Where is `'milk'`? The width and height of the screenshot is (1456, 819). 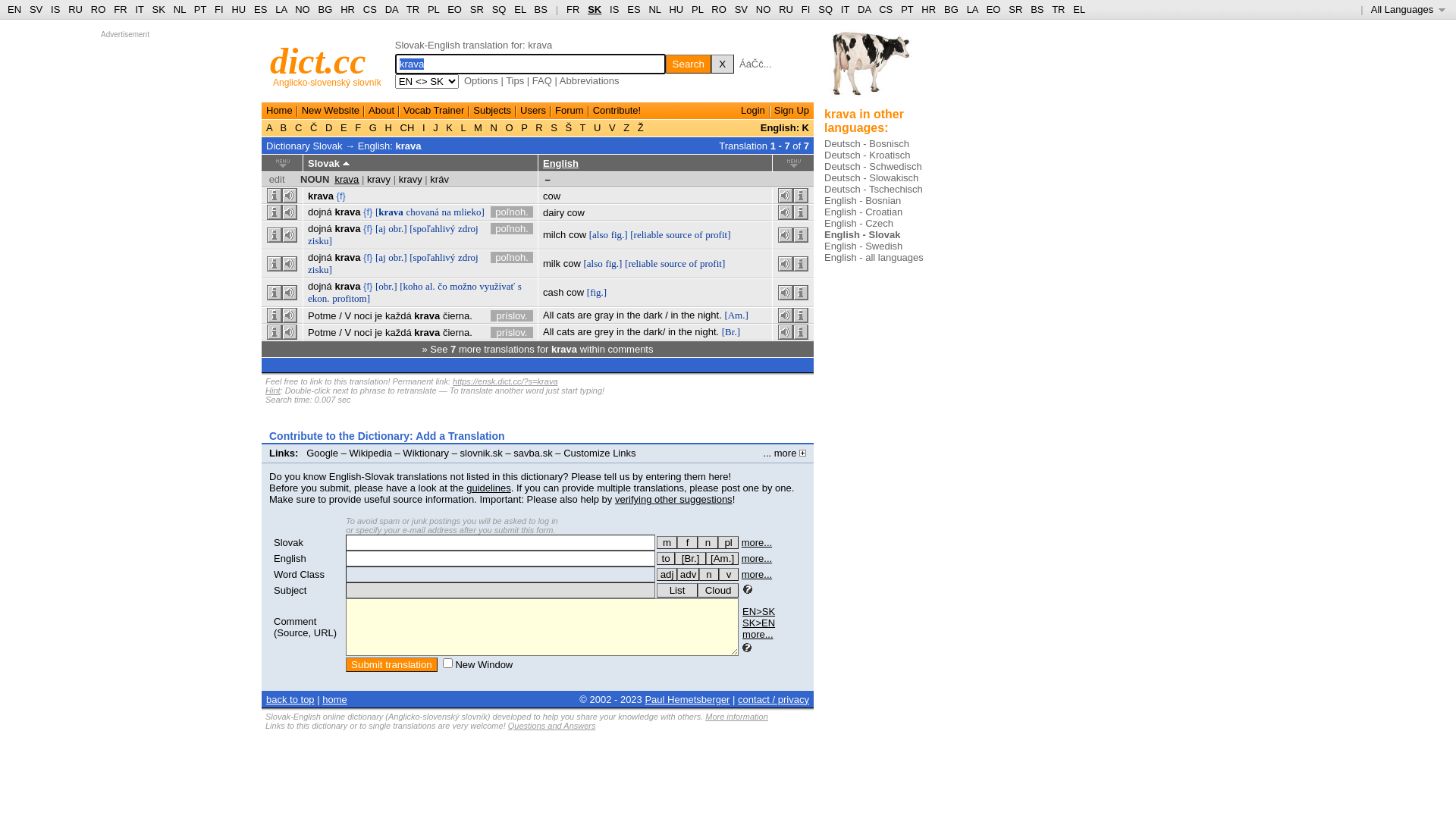
'milk' is located at coordinates (551, 262).